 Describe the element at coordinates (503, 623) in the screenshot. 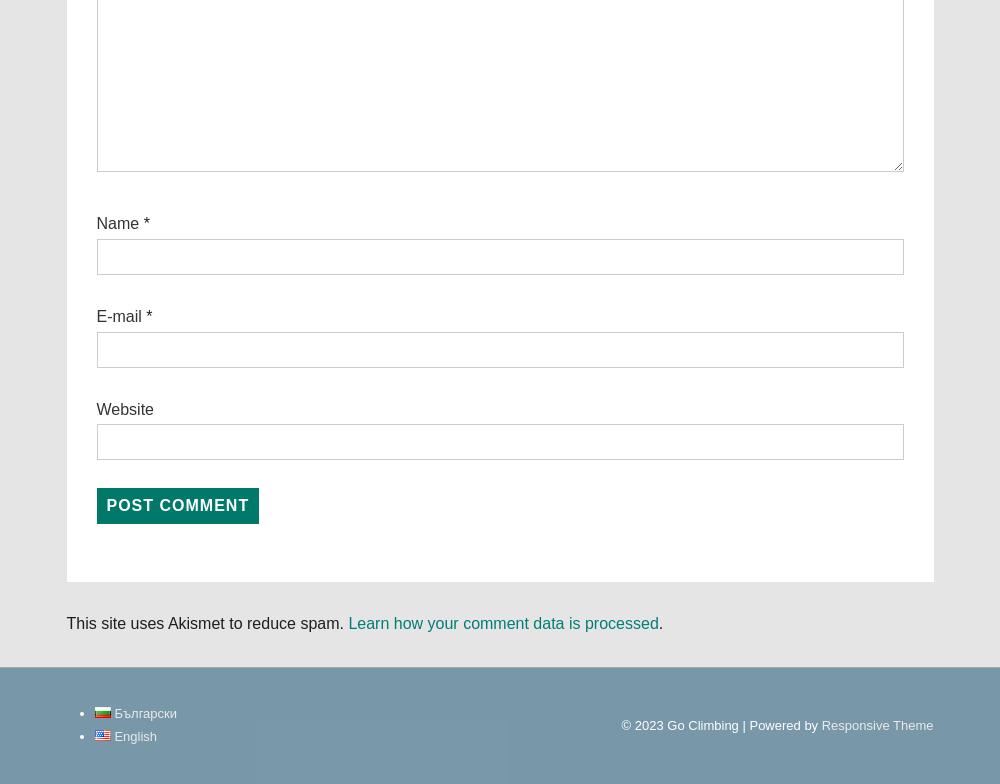

I see `'Learn how your comment data is processed'` at that location.